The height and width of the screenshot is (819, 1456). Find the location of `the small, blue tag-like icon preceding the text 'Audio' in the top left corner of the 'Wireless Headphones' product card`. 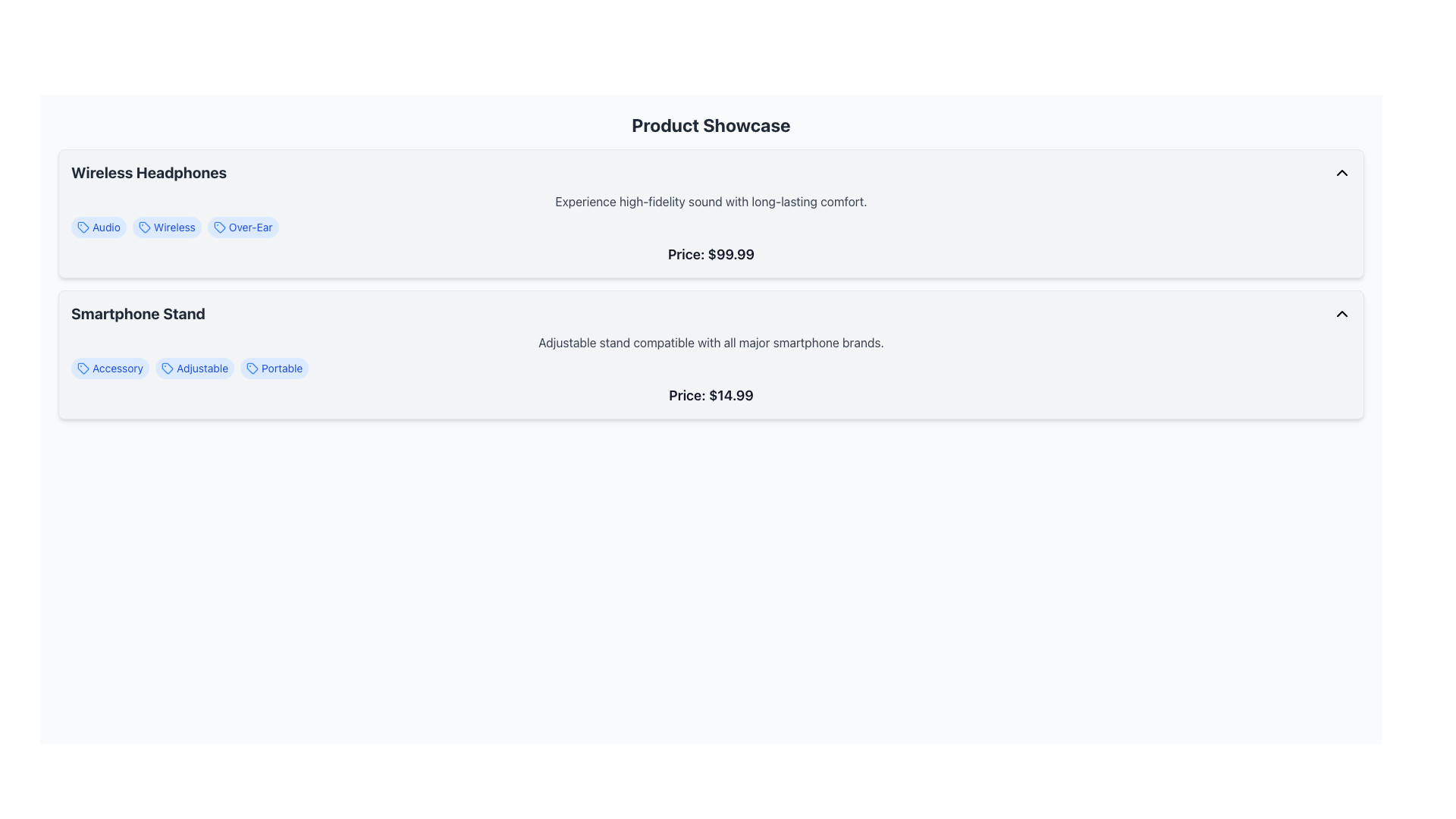

the small, blue tag-like icon preceding the text 'Audio' in the top left corner of the 'Wireless Headphones' product card is located at coordinates (83, 227).